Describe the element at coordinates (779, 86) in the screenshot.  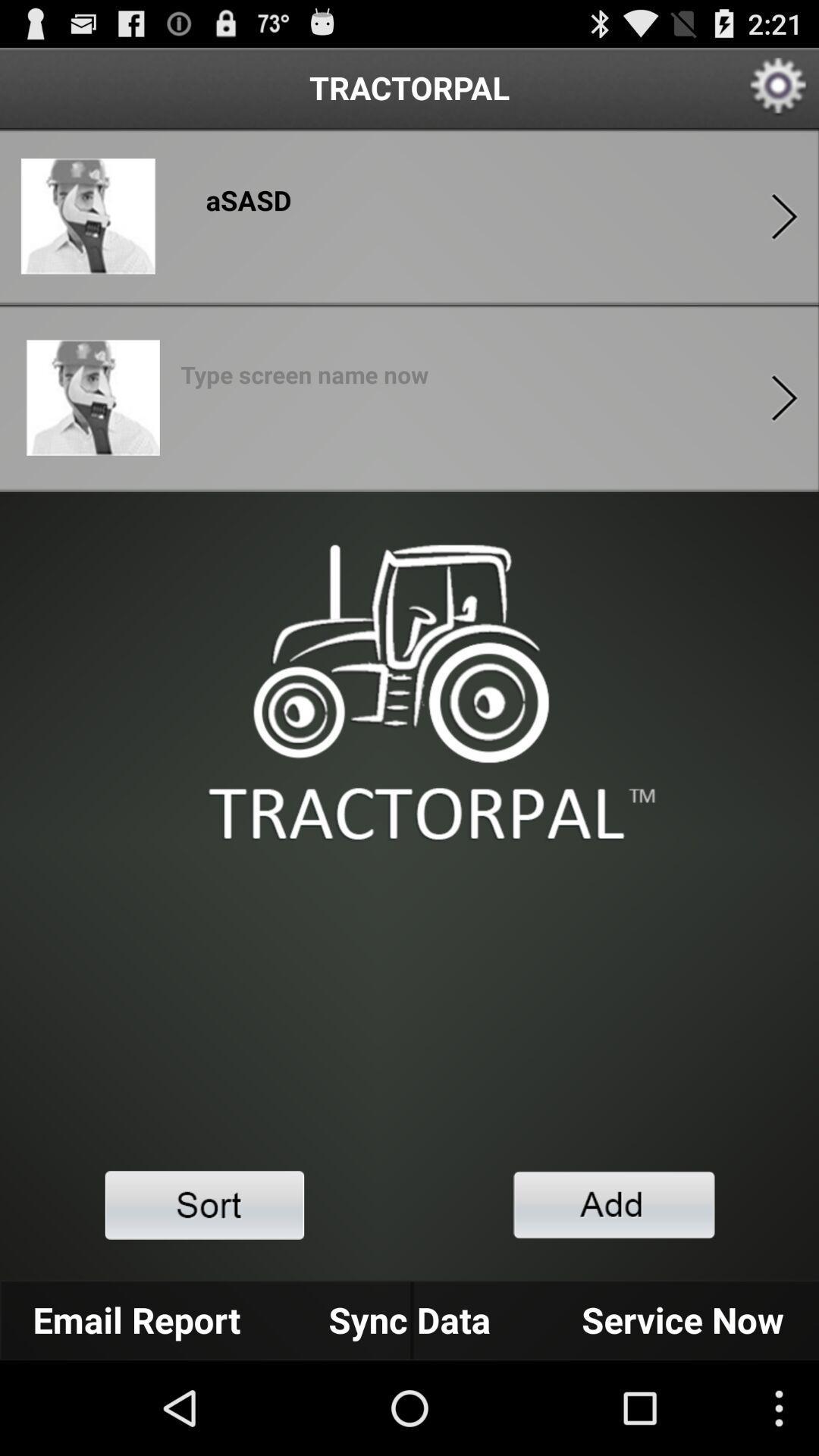
I see `setting` at that location.